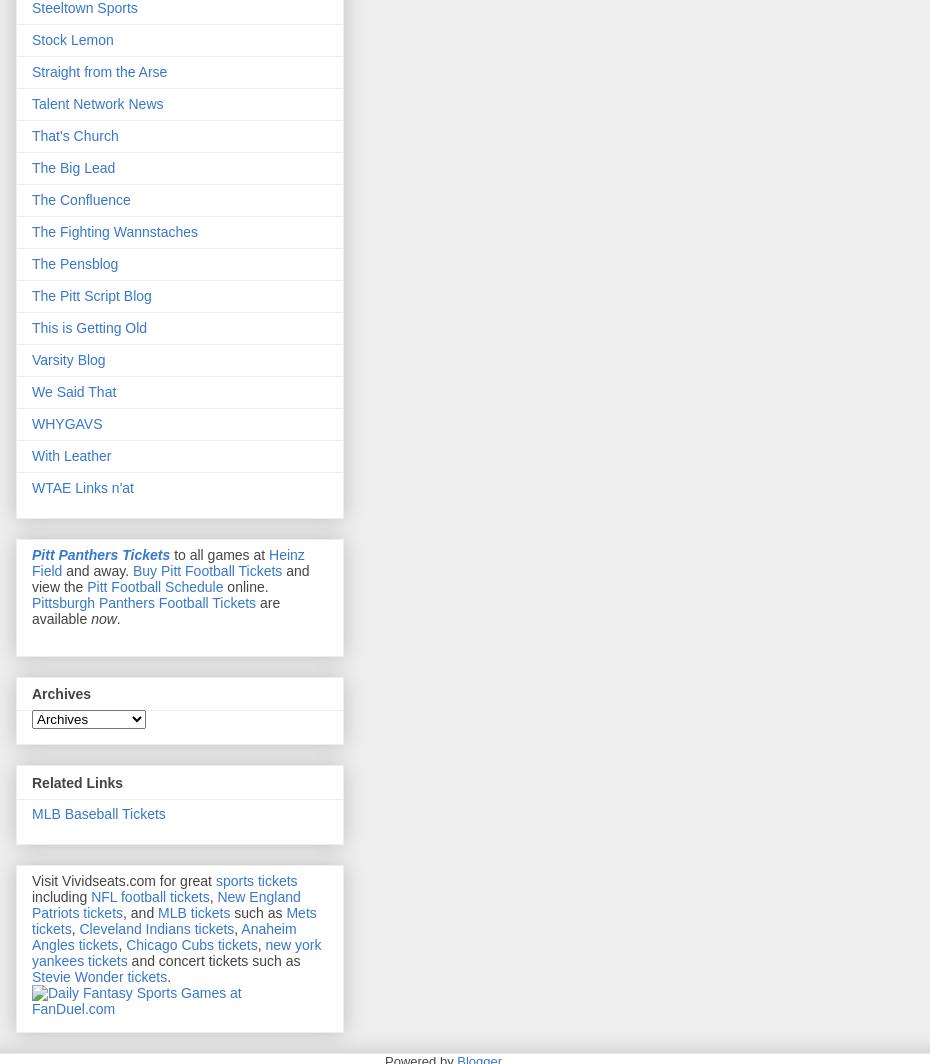  I want to click on 'We Said That', so click(73, 391).